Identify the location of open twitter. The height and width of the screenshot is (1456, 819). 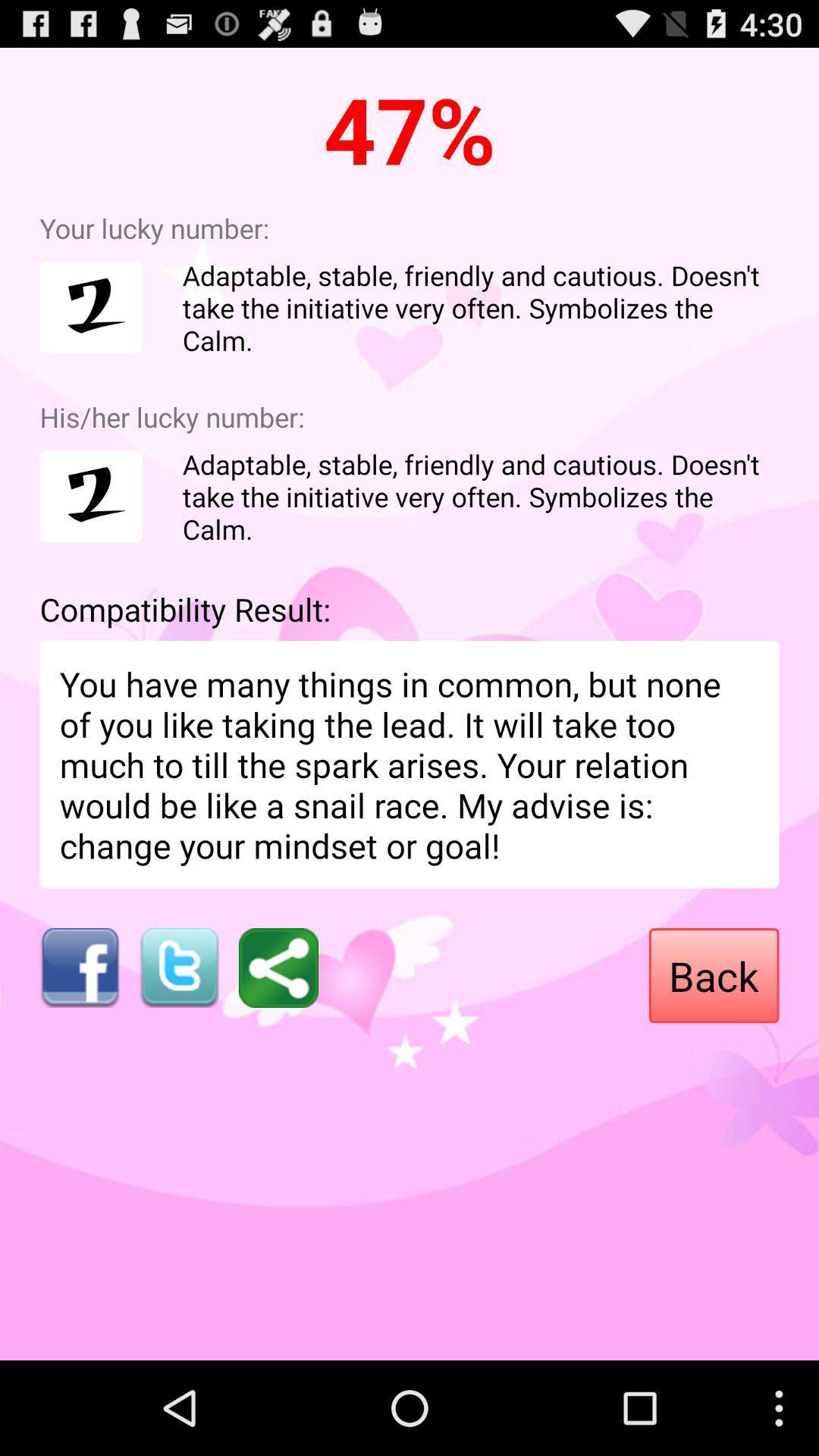
(178, 967).